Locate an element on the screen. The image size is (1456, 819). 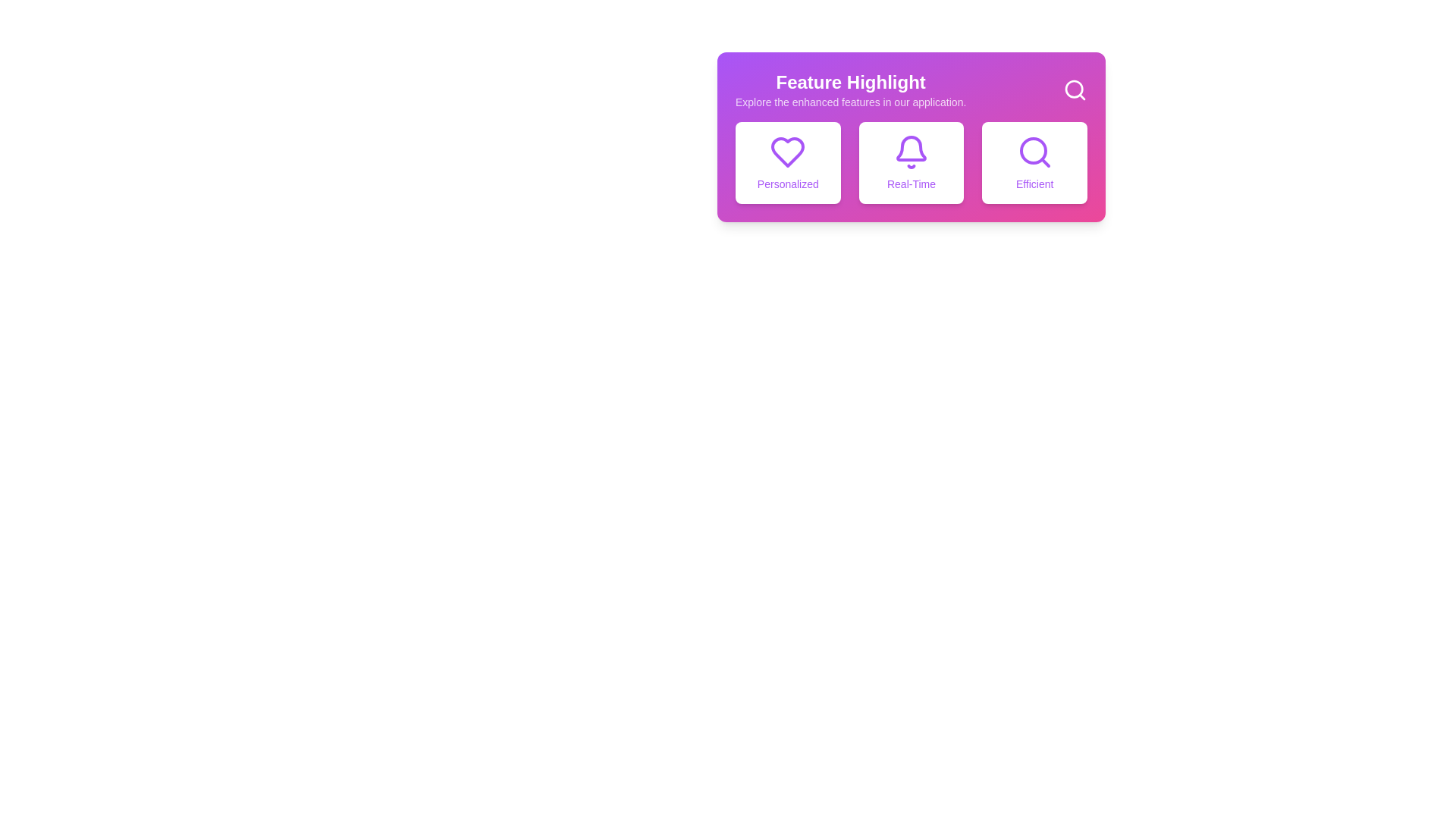
the heart-shaped icon with a hollow interior and a purple outline, which is positioned above the 'Personalized' label in the first rounded rectangular card is located at coordinates (788, 152).